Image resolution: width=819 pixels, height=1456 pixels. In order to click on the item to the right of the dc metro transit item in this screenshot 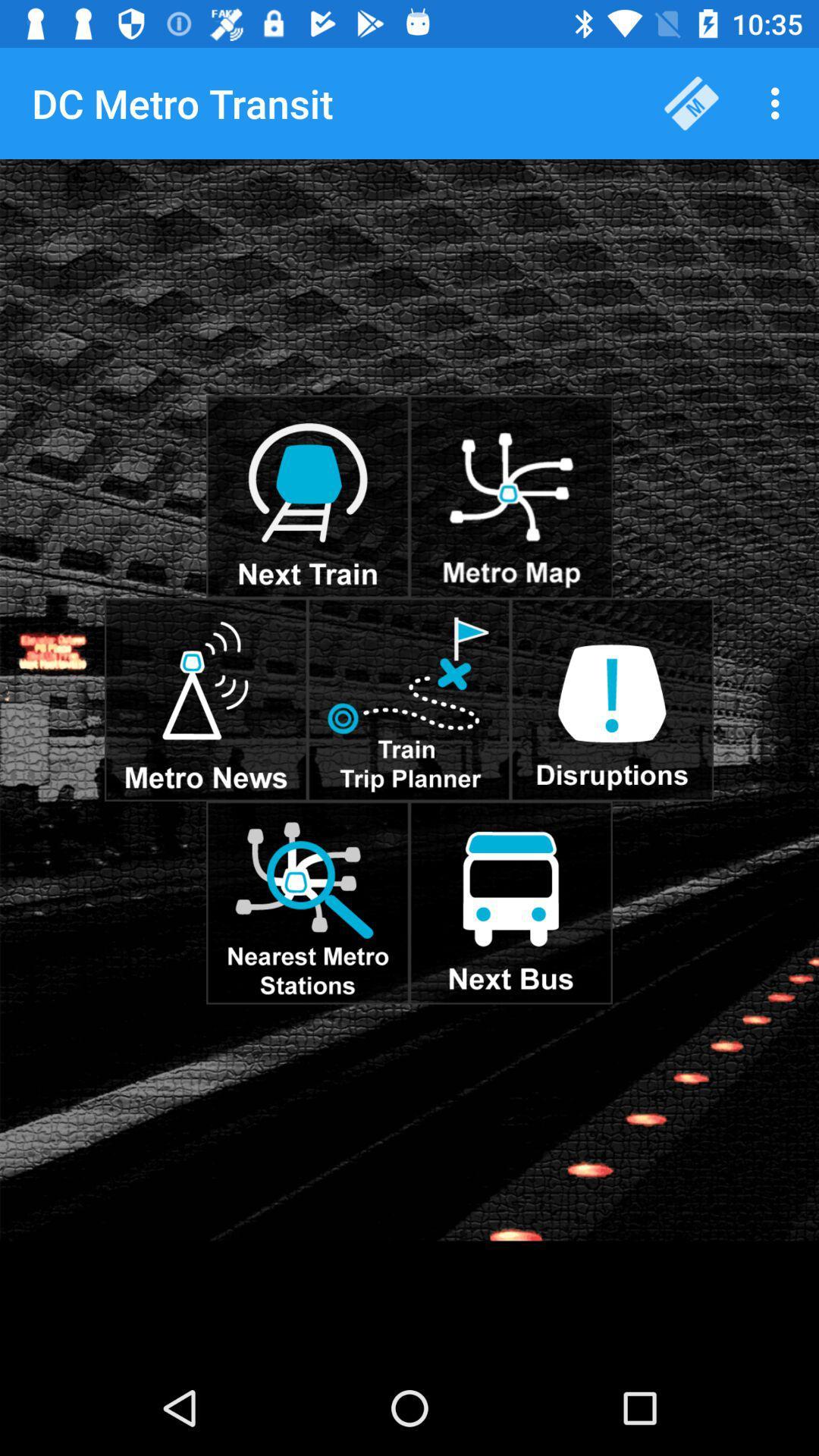, I will do `click(691, 102)`.